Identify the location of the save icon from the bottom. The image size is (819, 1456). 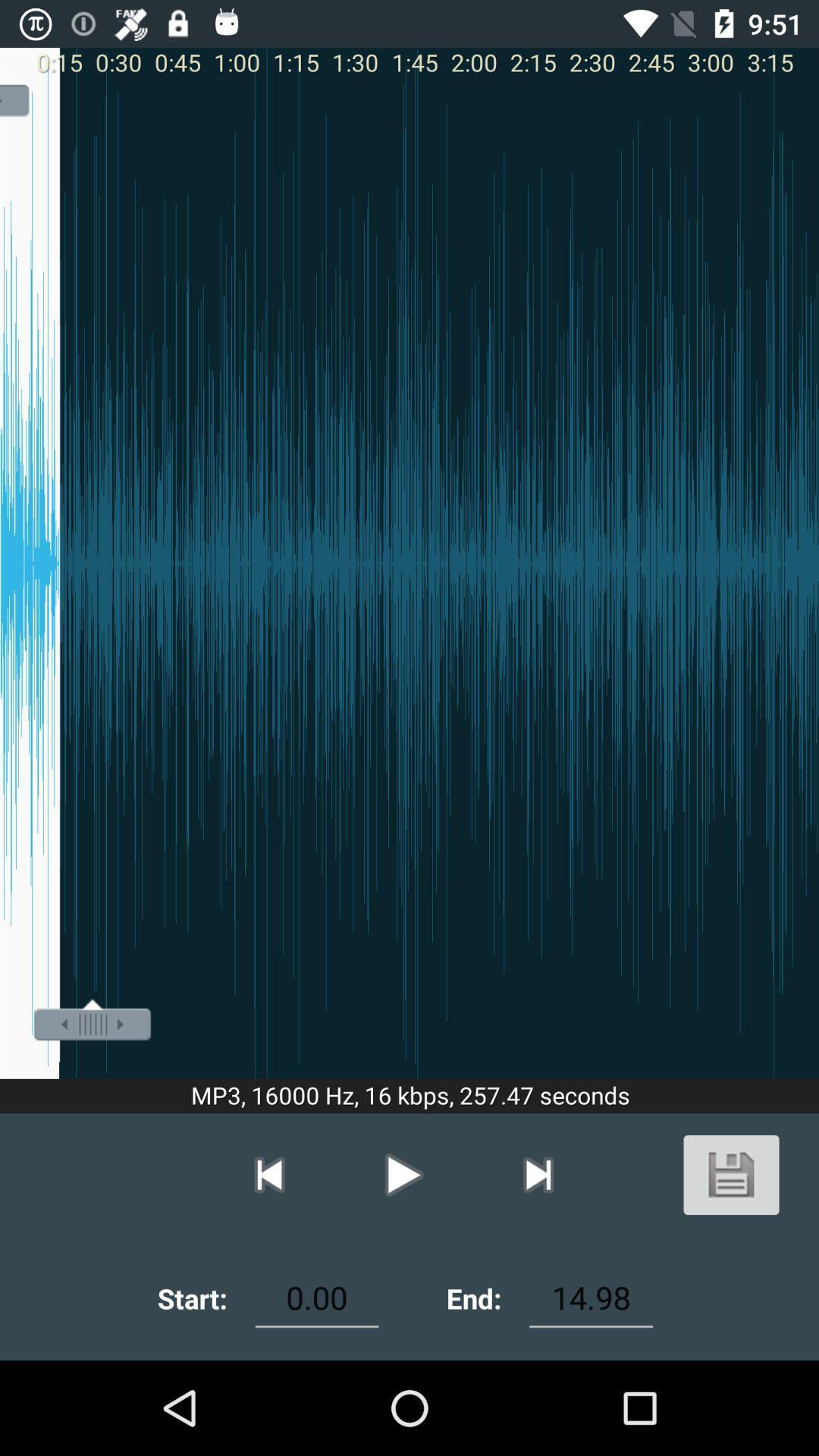
(730, 1174).